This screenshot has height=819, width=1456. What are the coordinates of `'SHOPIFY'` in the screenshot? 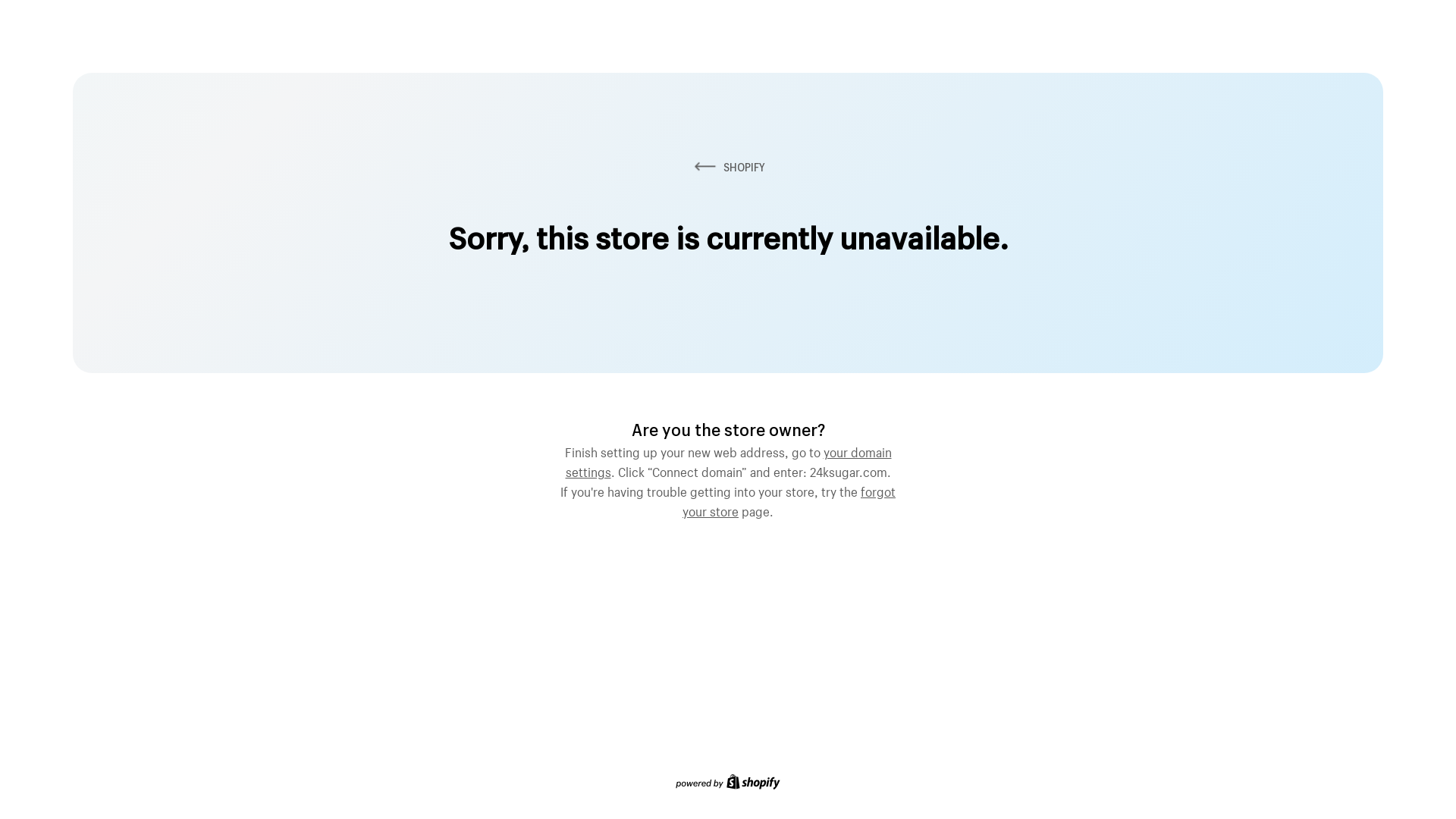 It's located at (728, 167).